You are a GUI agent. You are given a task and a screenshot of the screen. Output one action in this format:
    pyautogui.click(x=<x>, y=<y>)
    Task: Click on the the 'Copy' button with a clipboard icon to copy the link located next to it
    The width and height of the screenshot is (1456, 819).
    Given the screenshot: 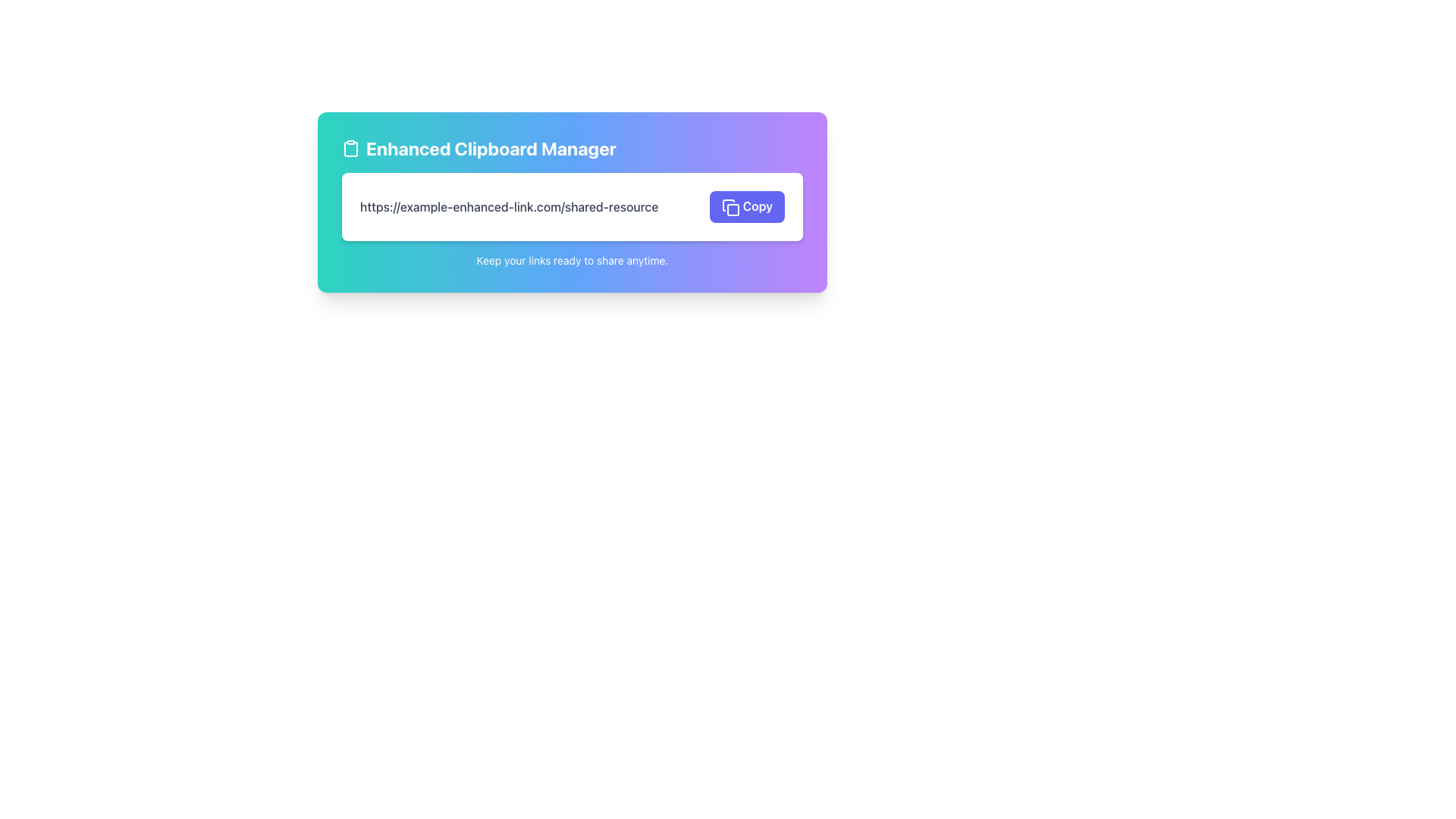 What is the action you would take?
    pyautogui.click(x=747, y=206)
    